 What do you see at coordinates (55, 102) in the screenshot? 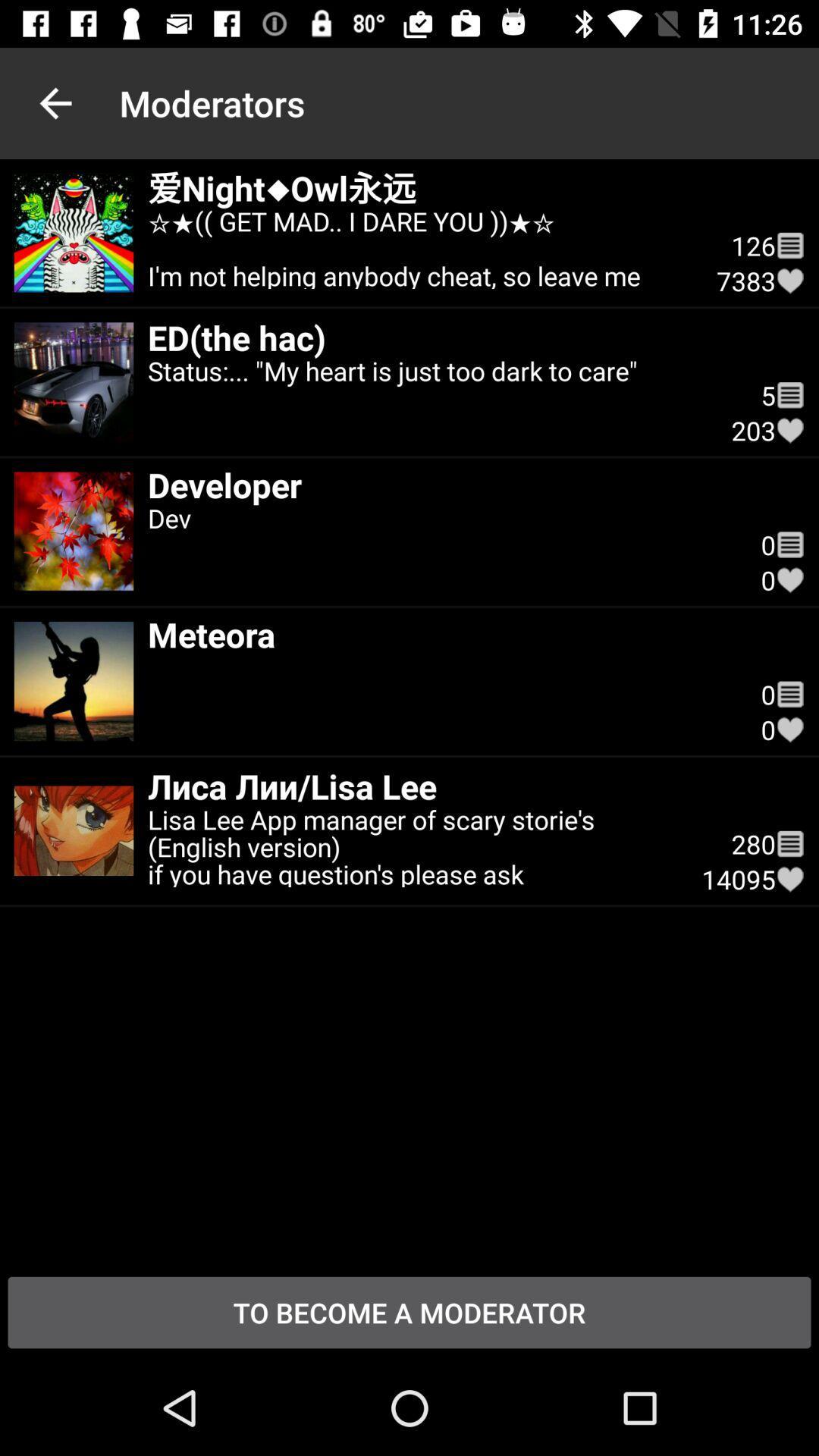
I see `app to the left of the moderators` at bounding box center [55, 102].